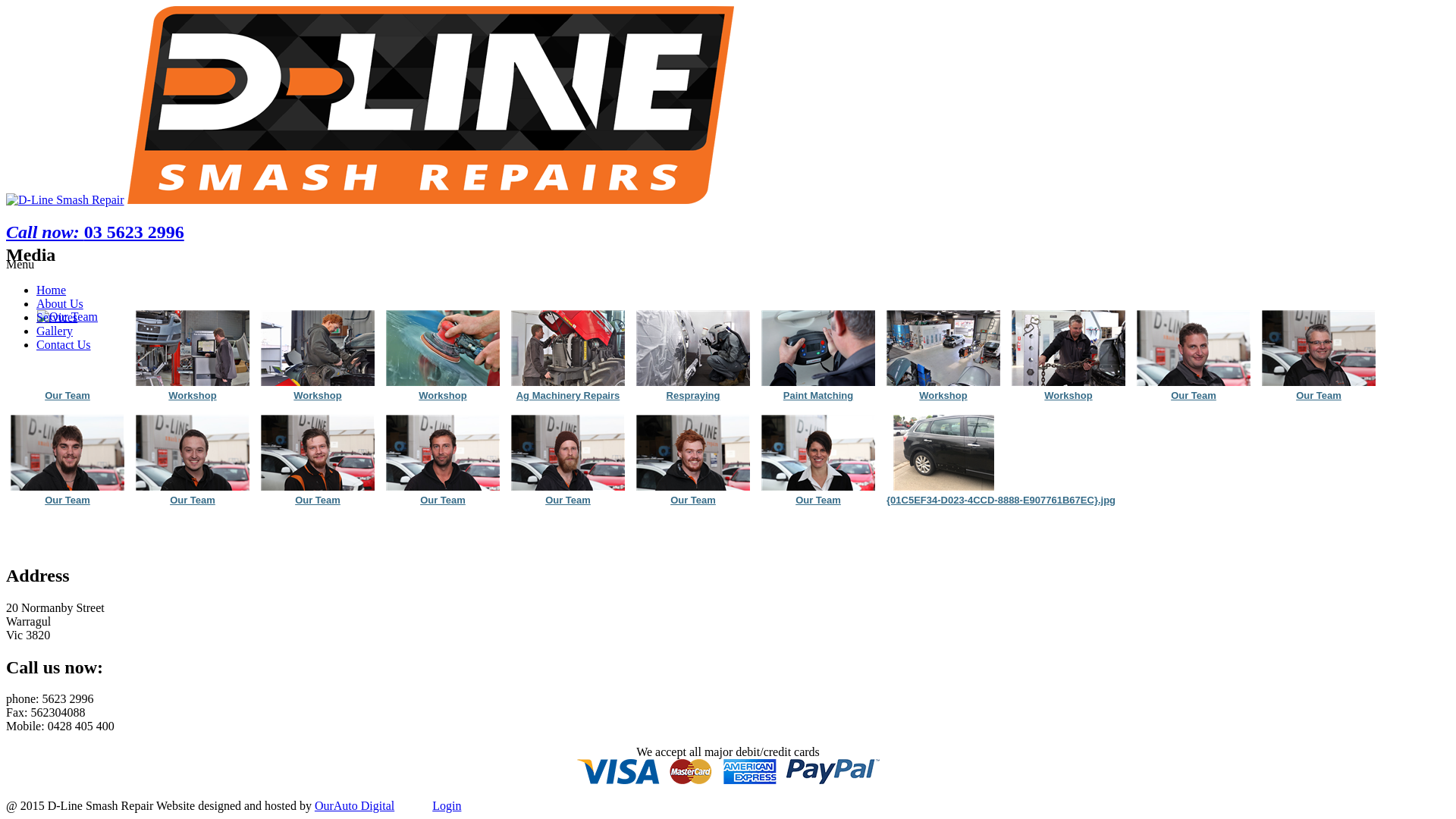 This screenshot has width=1456, height=819. What do you see at coordinates (59, 303) in the screenshot?
I see `'About Us'` at bounding box center [59, 303].